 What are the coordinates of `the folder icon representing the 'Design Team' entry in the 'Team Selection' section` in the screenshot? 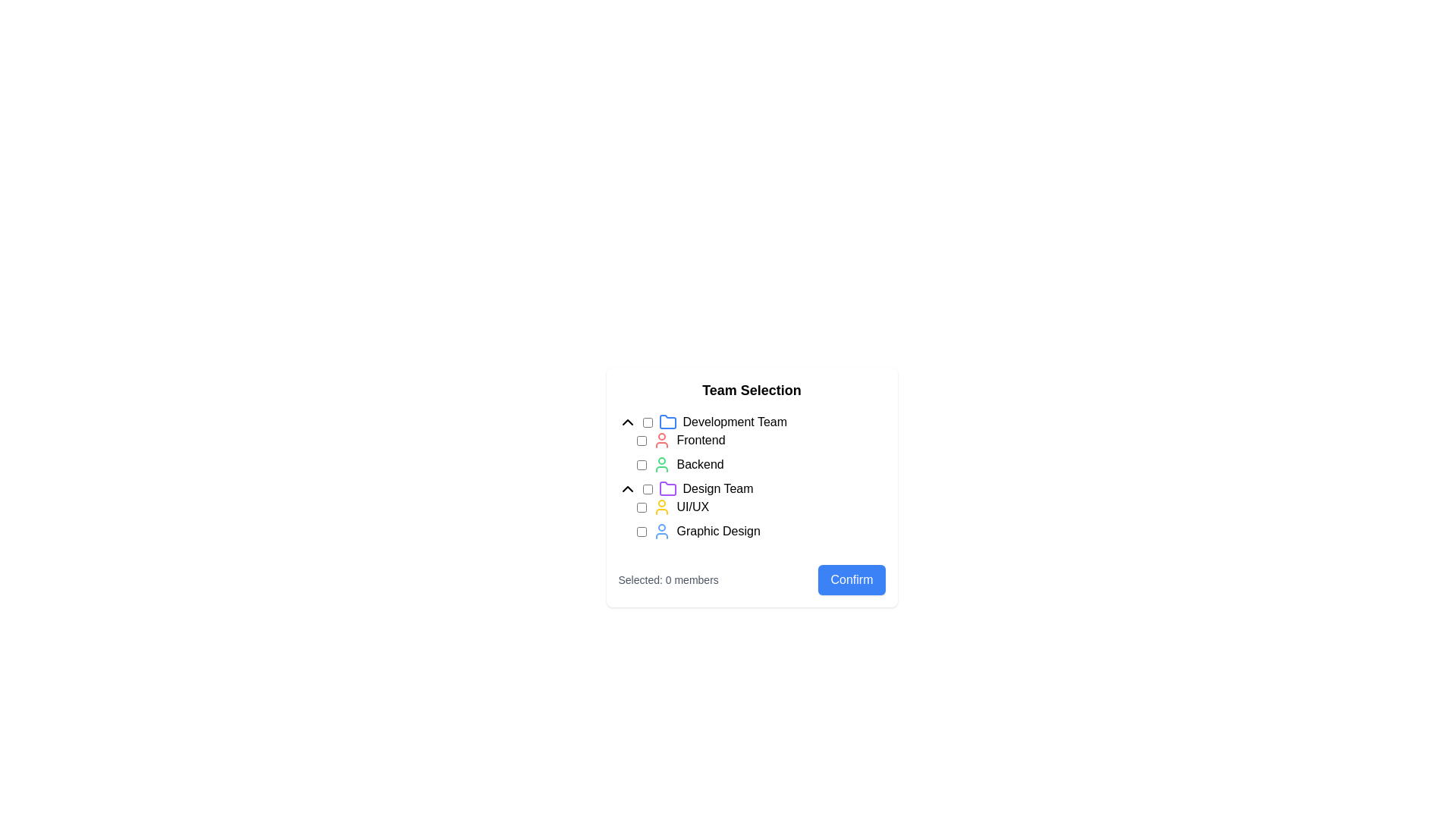 It's located at (667, 488).